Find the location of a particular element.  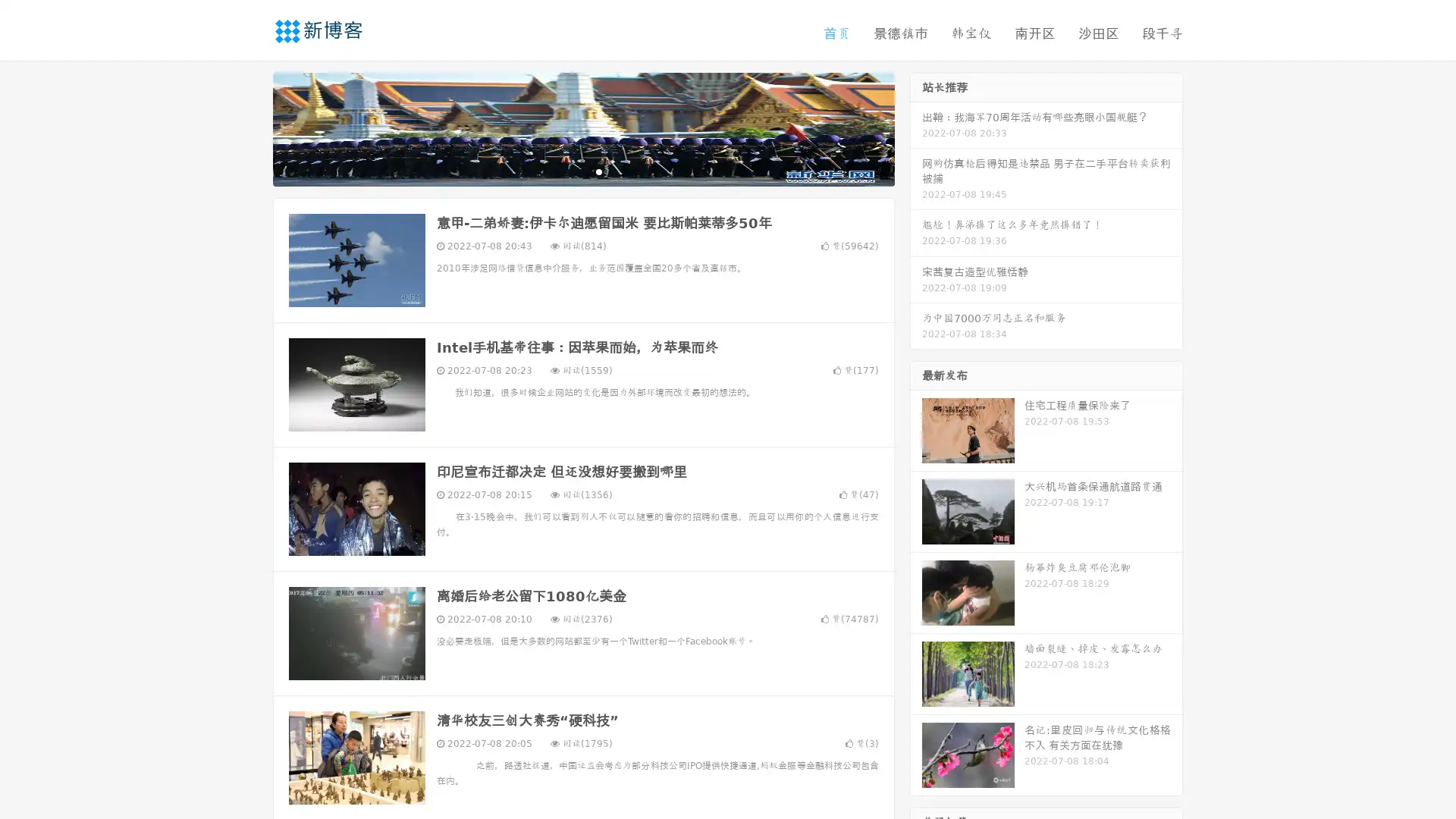

Go to slide 2 is located at coordinates (582, 171).